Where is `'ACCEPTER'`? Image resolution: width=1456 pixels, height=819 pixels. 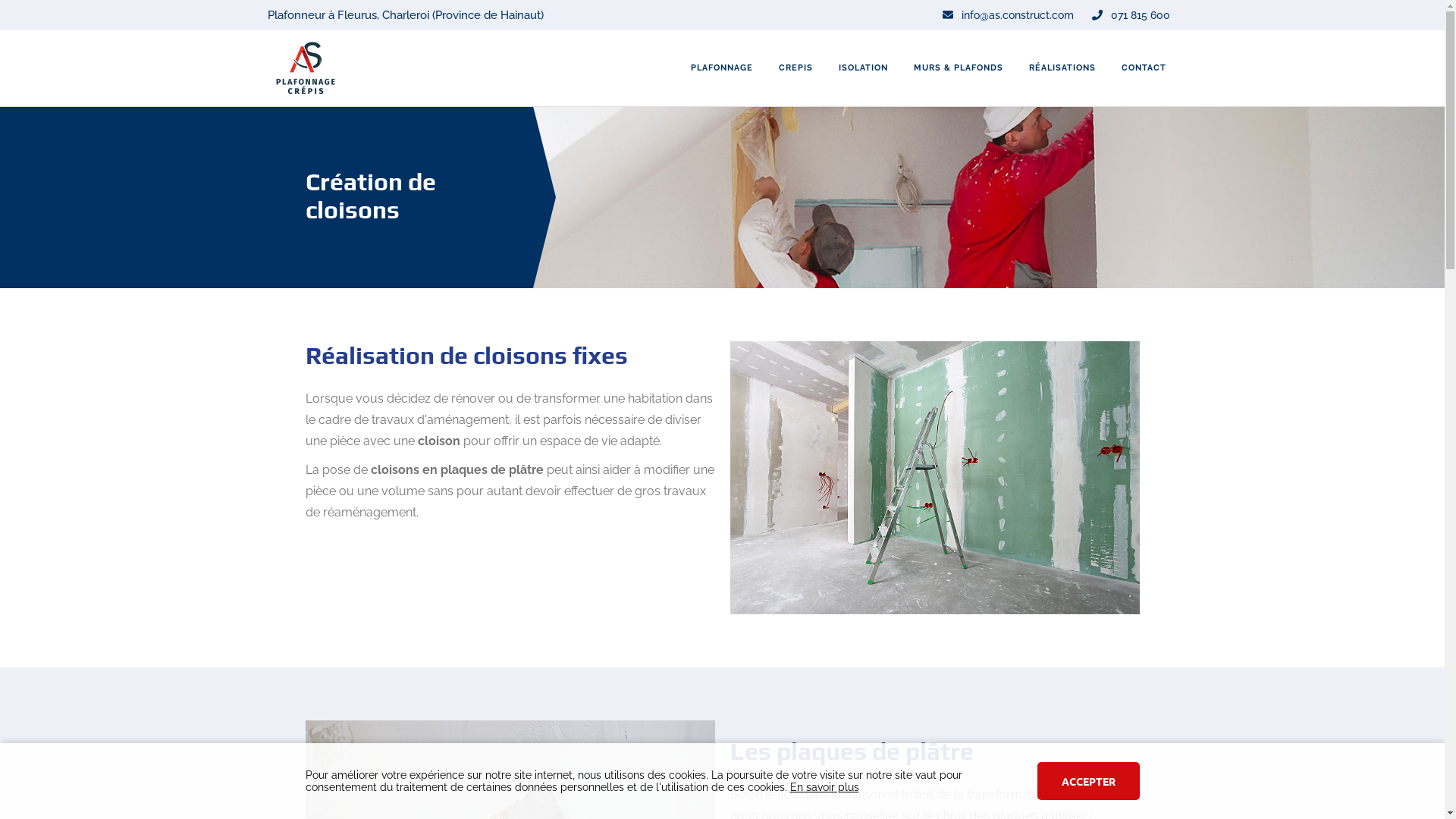 'ACCEPTER' is located at coordinates (1087, 780).